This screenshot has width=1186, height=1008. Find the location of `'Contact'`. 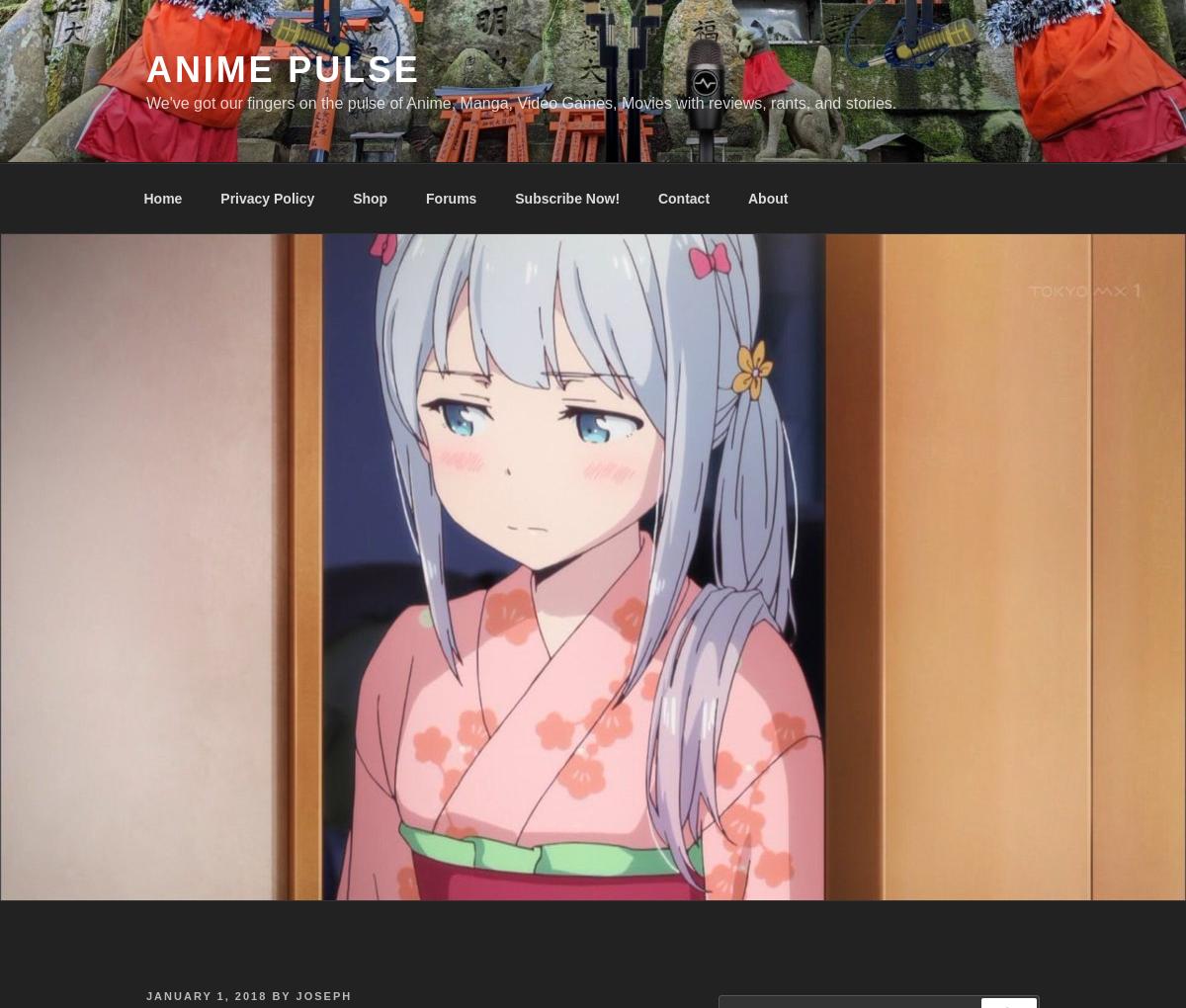

'Contact' is located at coordinates (683, 197).